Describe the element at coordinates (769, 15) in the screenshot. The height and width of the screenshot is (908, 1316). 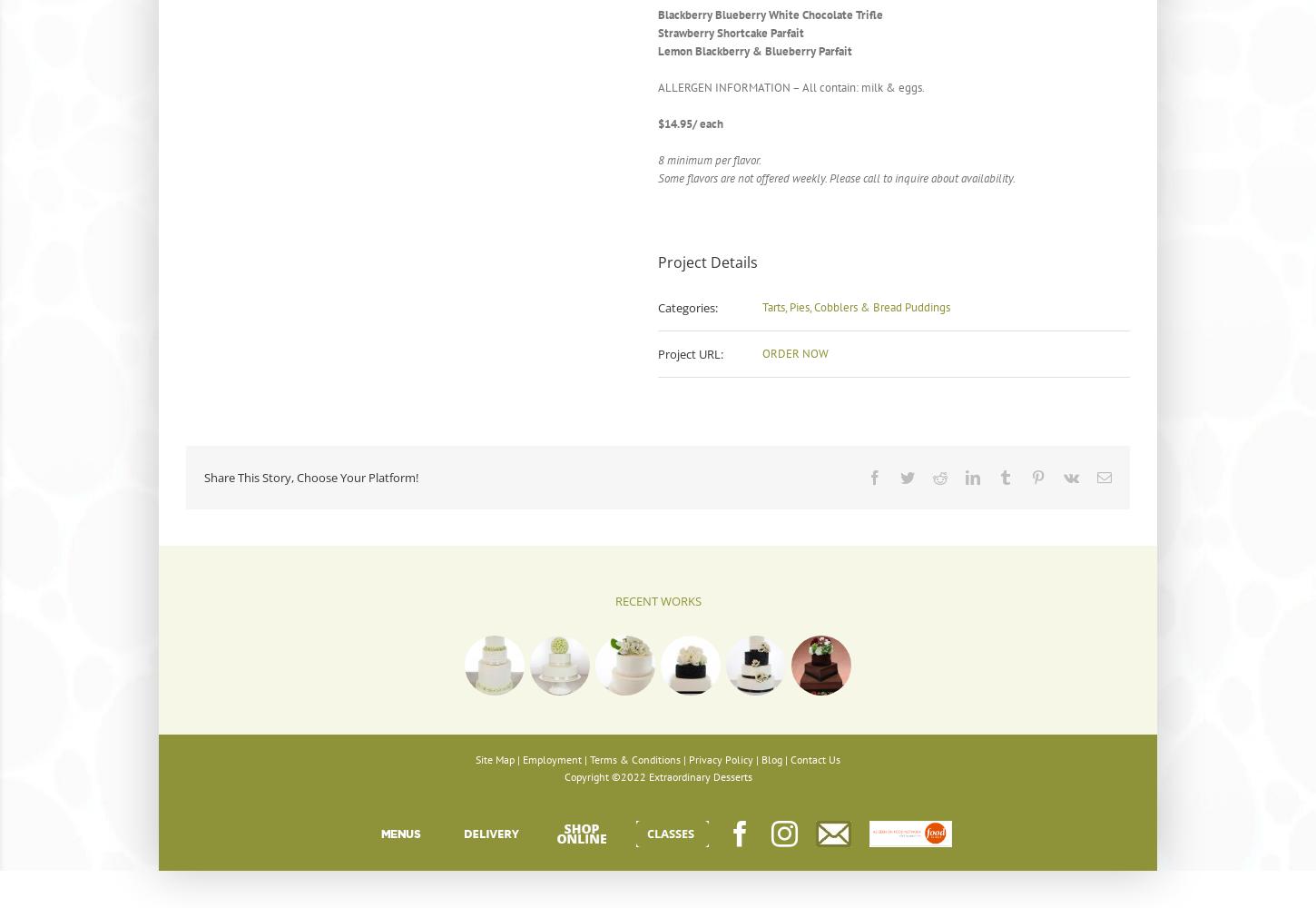
I see `'Blackberry Blueberry White Chocolate Trifle'` at that location.